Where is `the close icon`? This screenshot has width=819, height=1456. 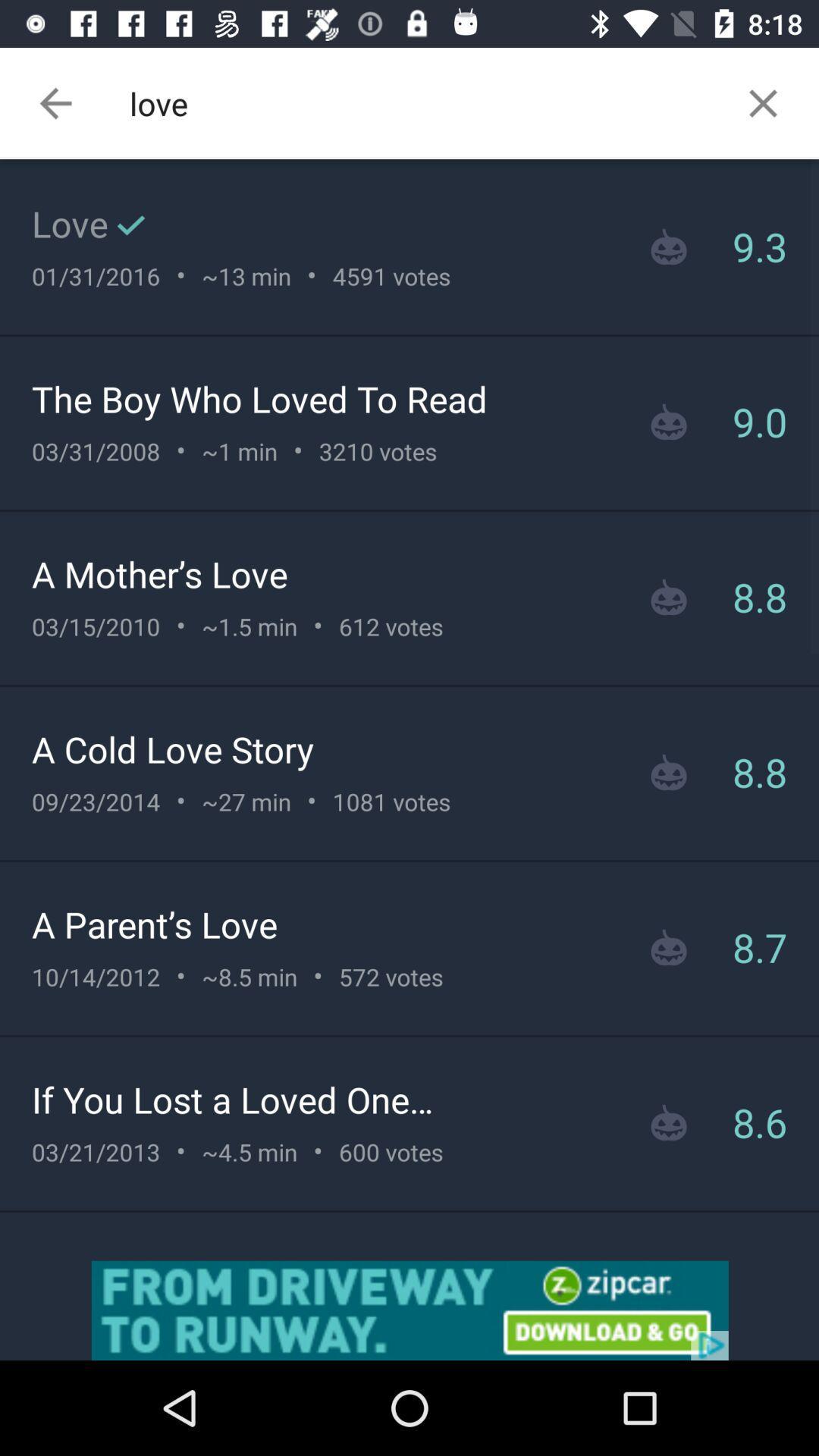 the close icon is located at coordinates (763, 102).